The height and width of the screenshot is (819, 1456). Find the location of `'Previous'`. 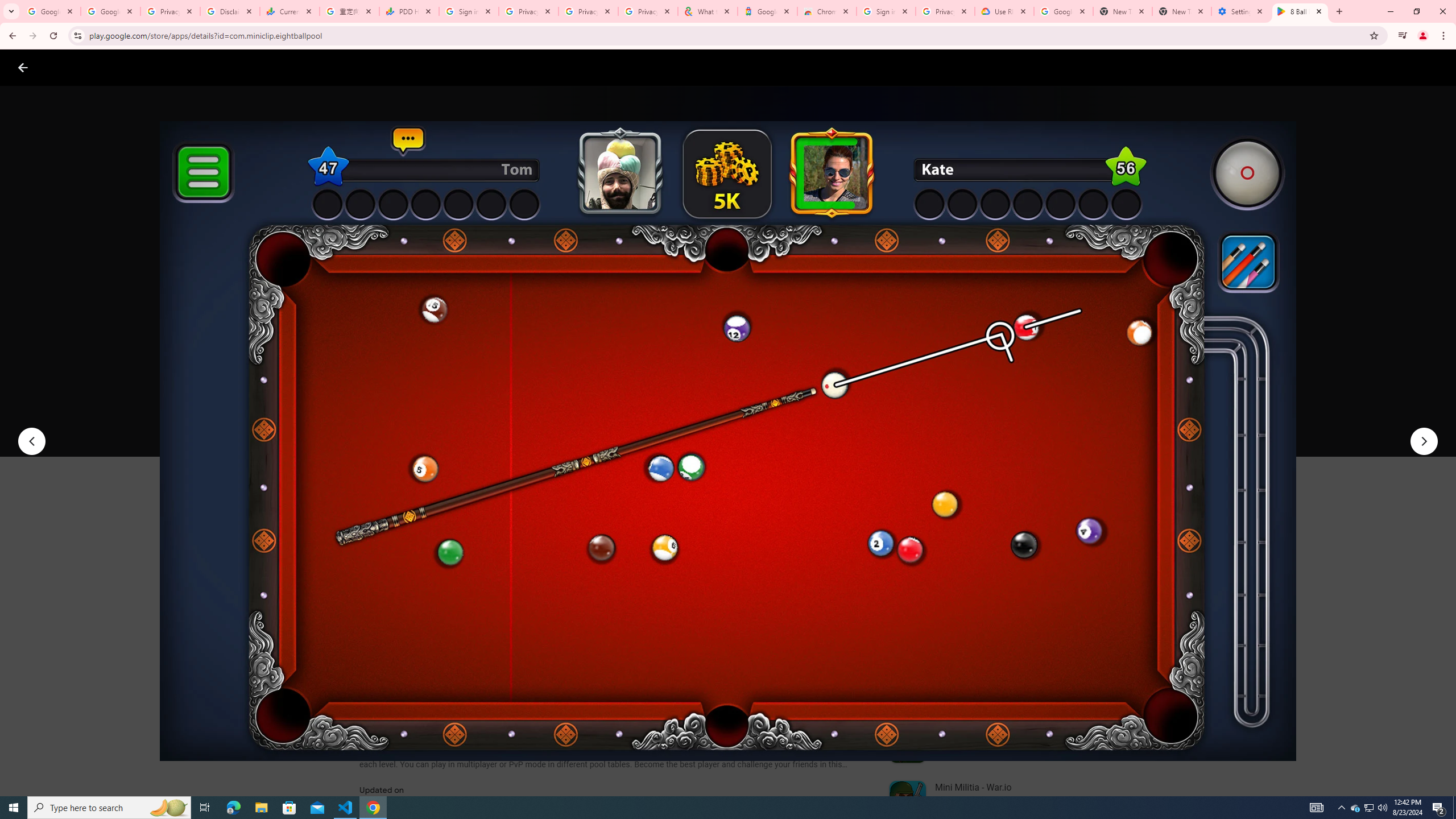

'Previous' is located at coordinates (31, 441).